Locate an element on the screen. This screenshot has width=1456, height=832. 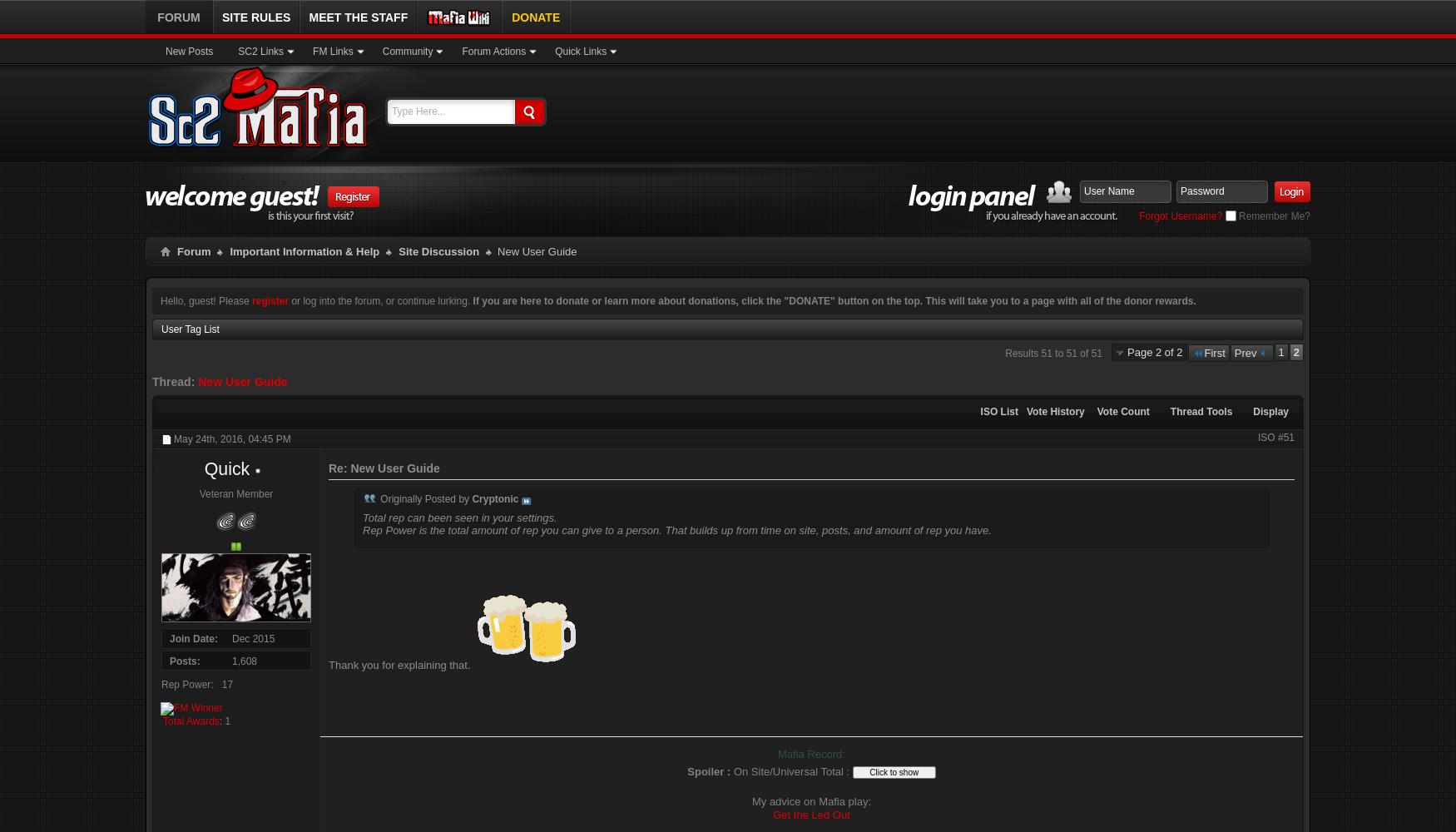
'Results 51 to 51 of 51' is located at coordinates (1052, 354).